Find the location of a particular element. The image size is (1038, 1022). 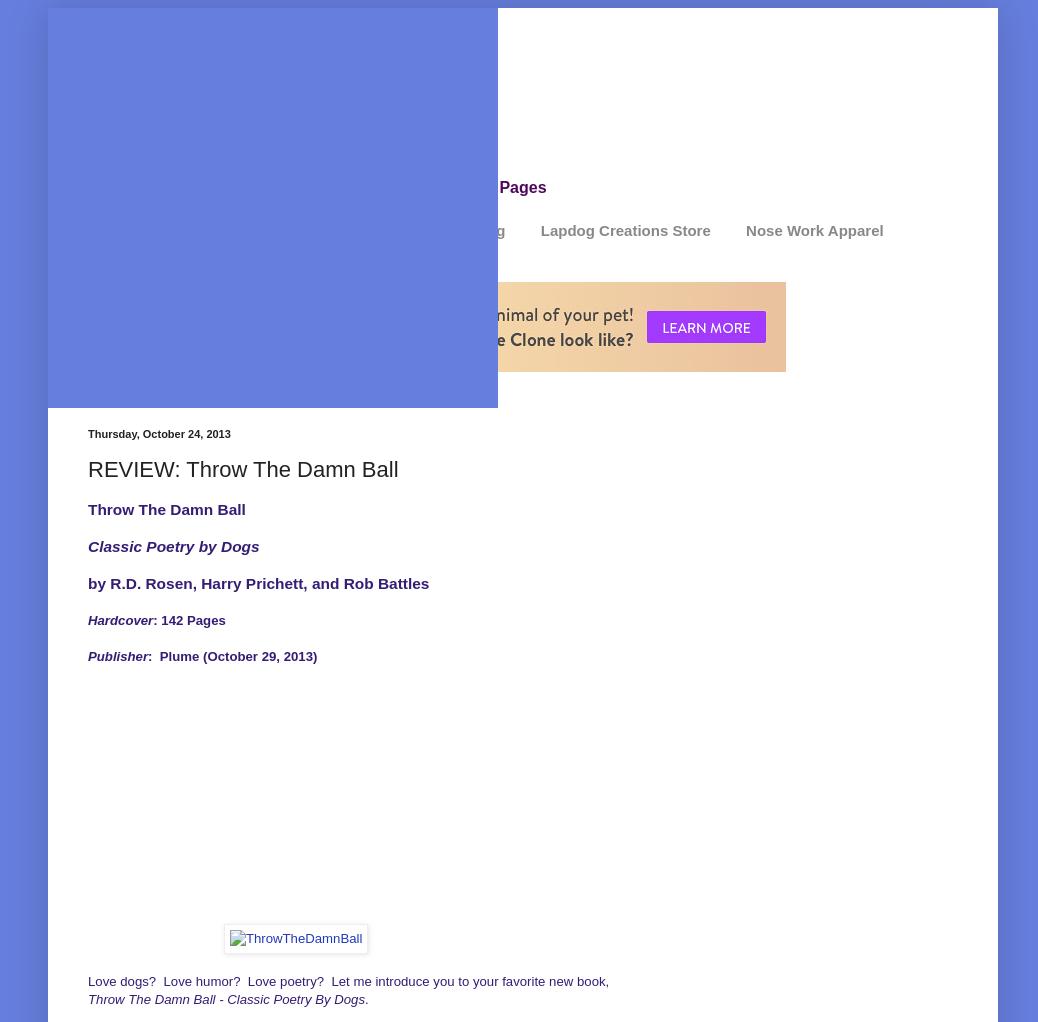

'Review Disclosure / Advertising' is located at coordinates (391, 229).